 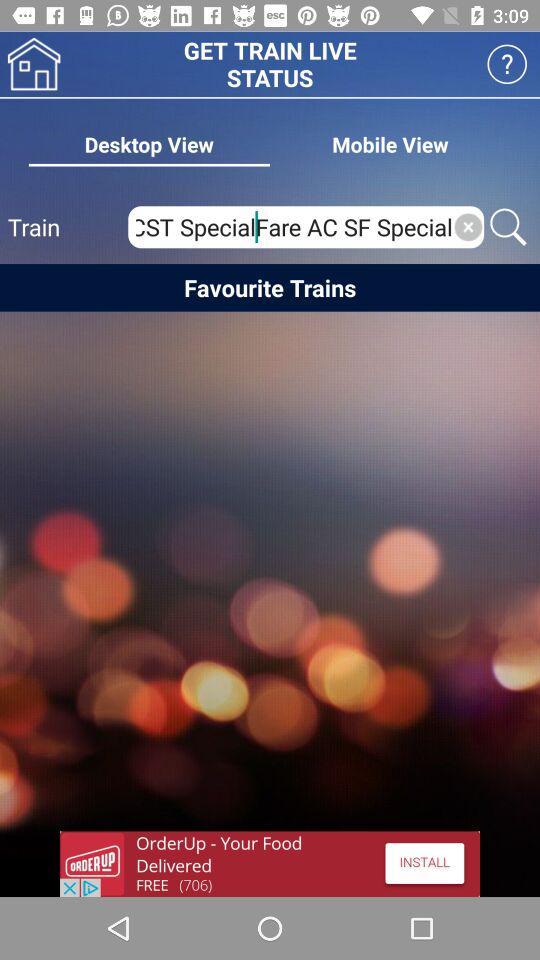 What do you see at coordinates (507, 64) in the screenshot?
I see `the help icon` at bounding box center [507, 64].